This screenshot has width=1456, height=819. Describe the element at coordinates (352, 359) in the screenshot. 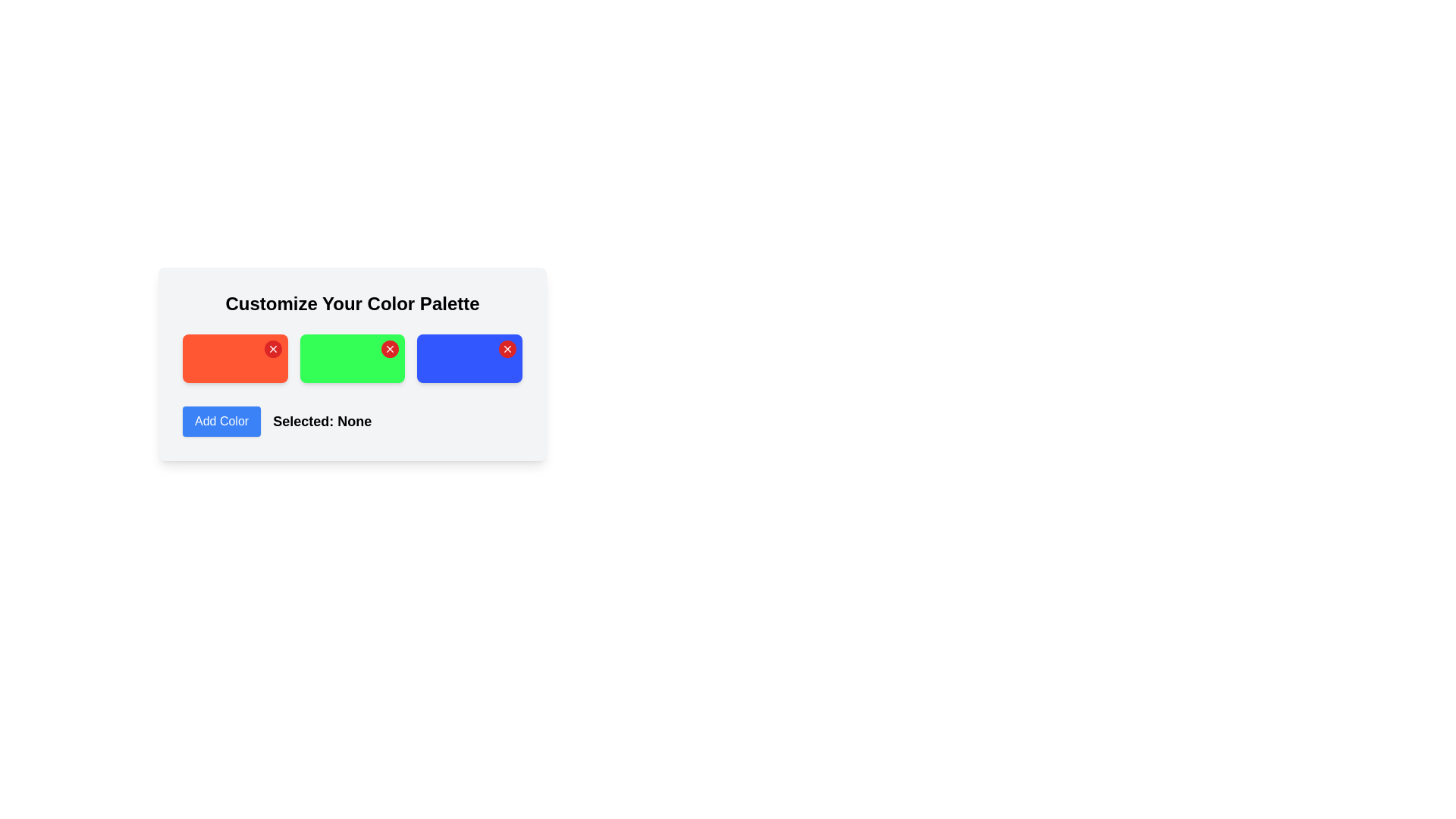

I see `the second button` at that location.